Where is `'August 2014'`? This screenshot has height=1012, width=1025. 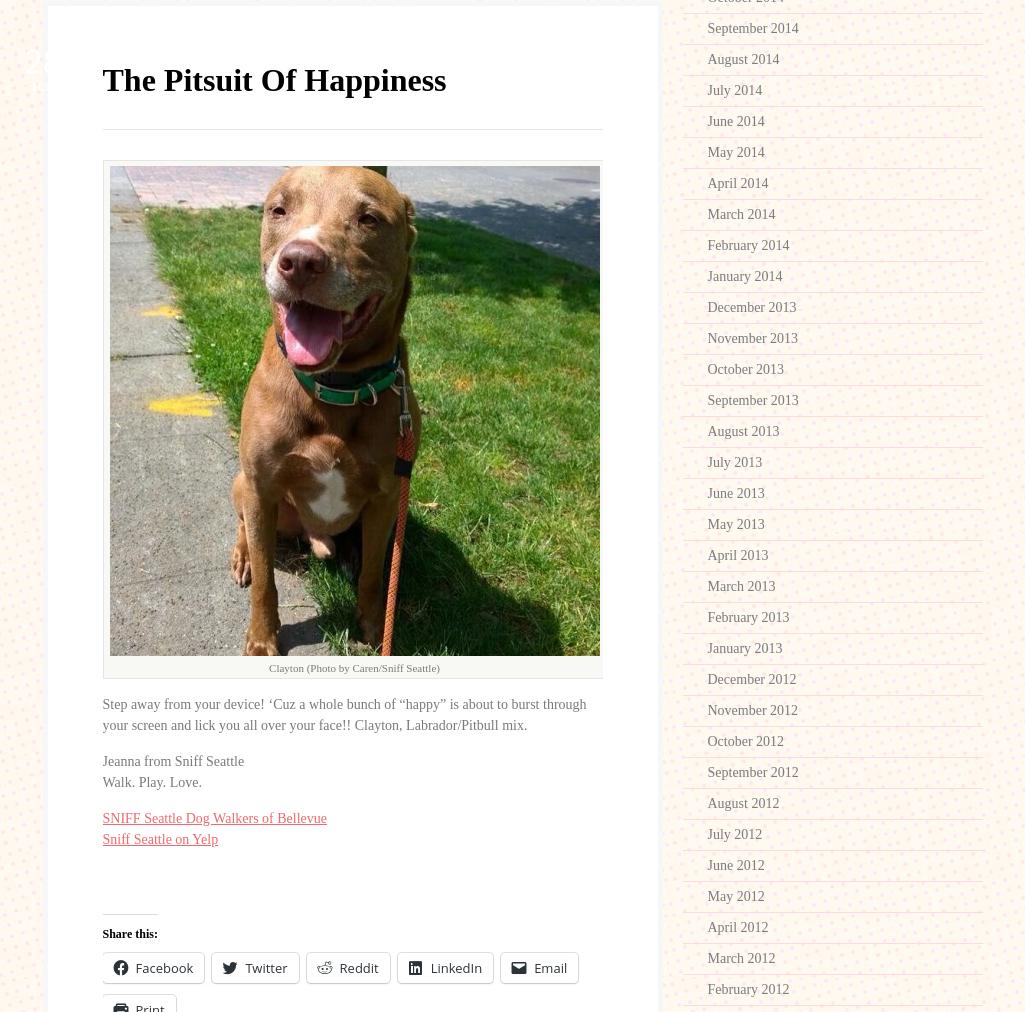
'August 2014' is located at coordinates (706, 58).